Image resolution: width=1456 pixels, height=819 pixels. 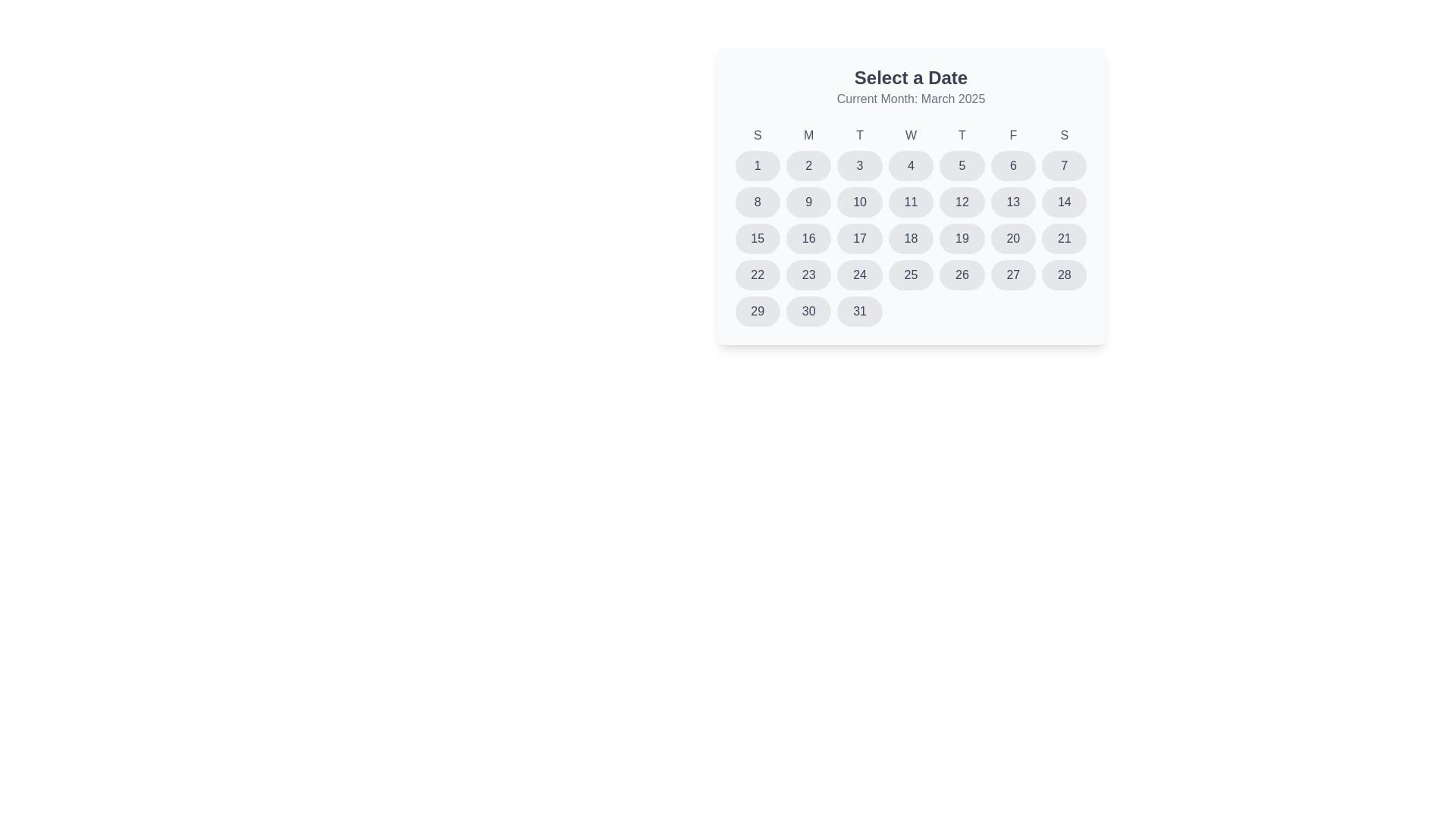 I want to click on the rounded button with the number '18' in the calendar layout, so click(x=910, y=239).